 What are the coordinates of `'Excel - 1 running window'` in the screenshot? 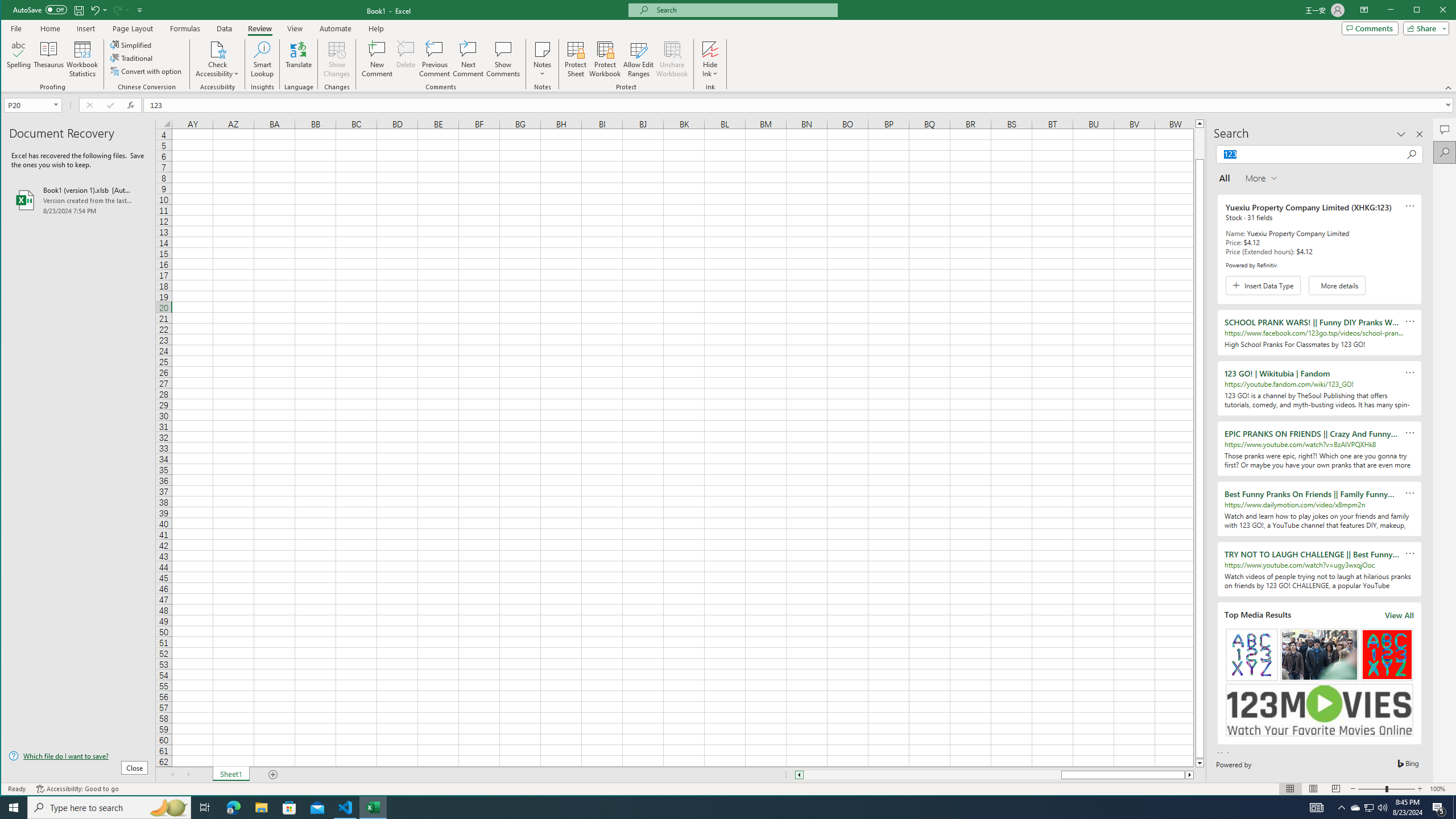 It's located at (373, 806).